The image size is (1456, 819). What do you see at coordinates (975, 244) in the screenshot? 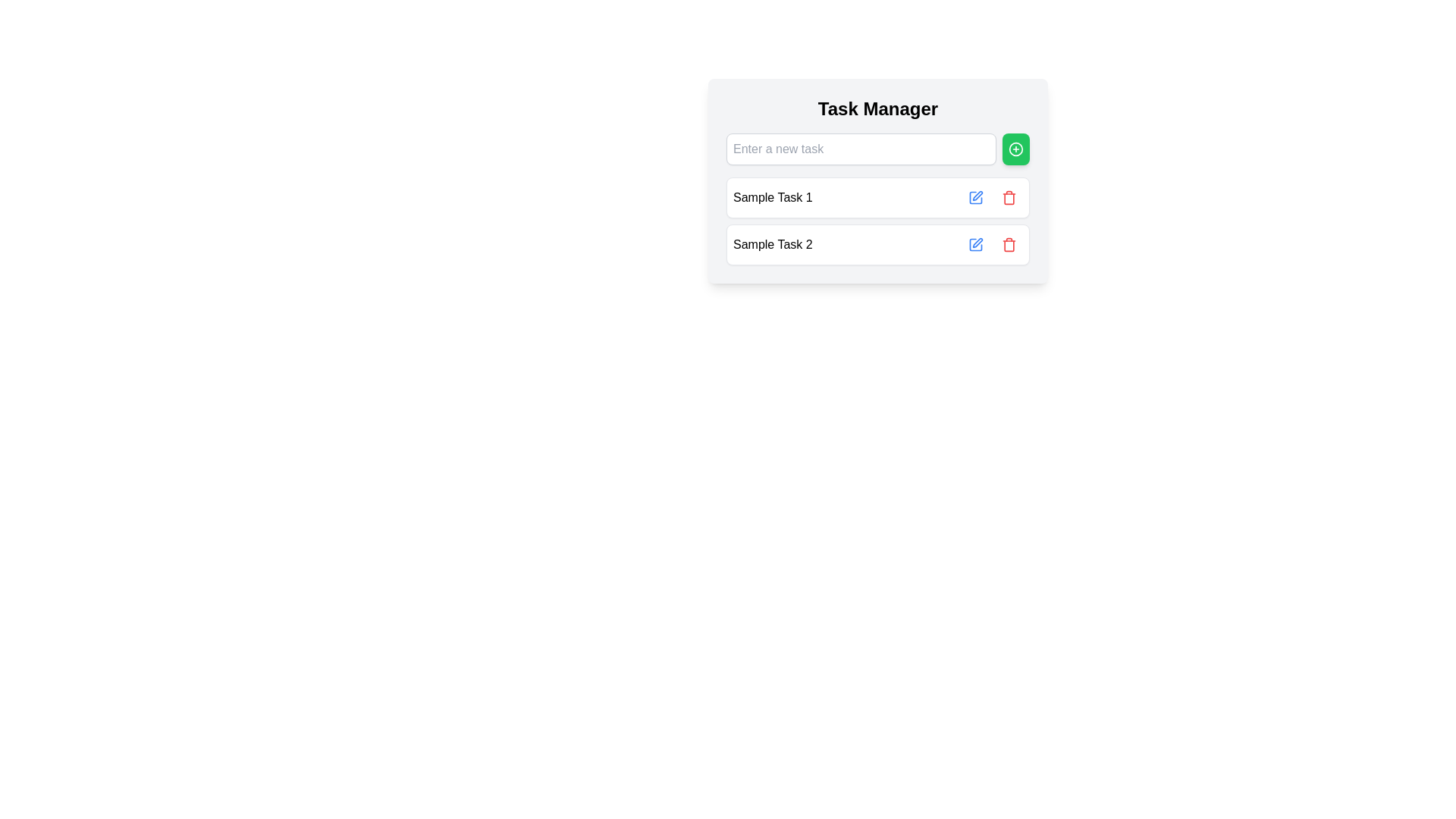
I see `the edit button for 'Sample Task 2'` at bounding box center [975, 244].